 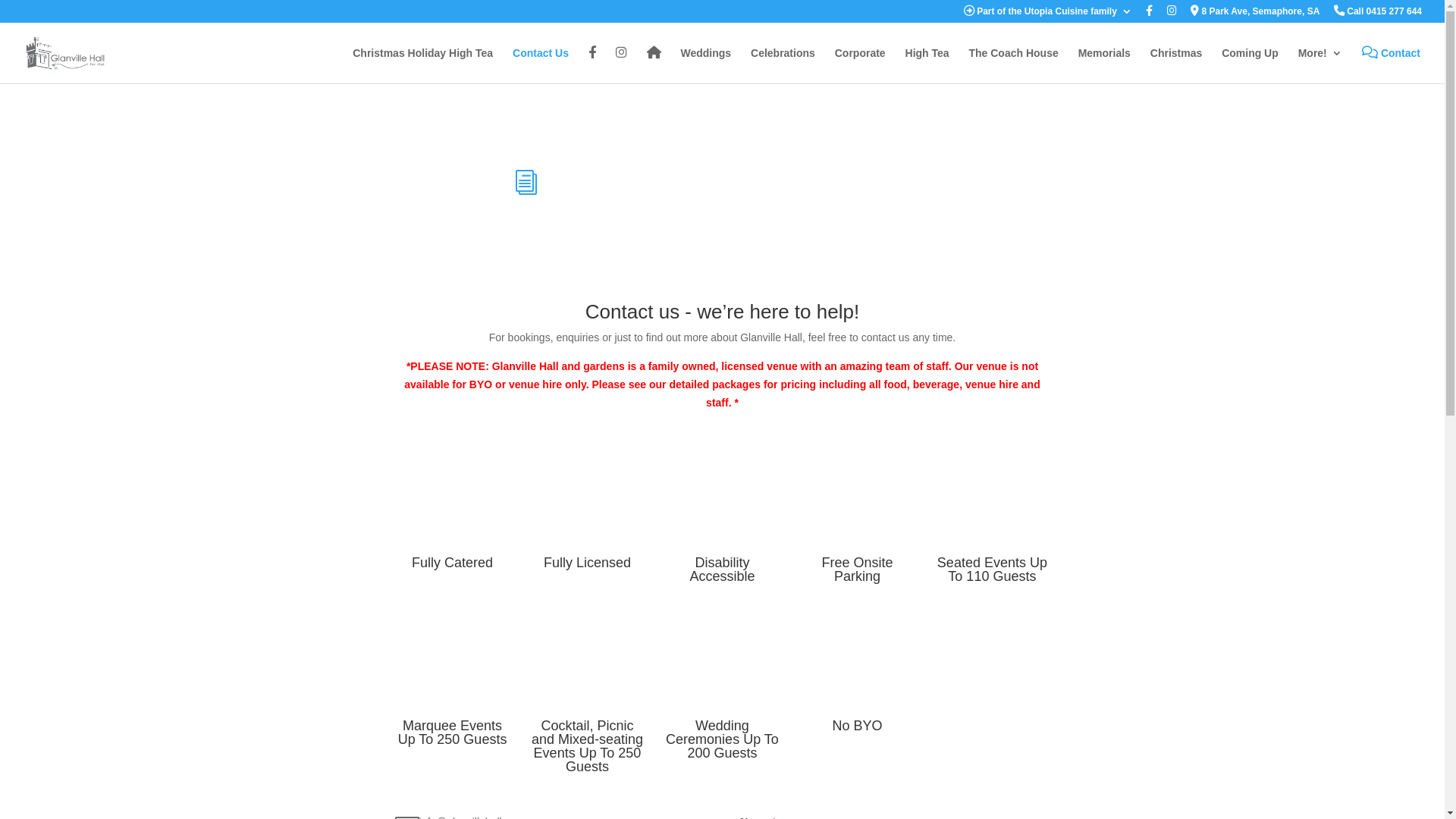 I want to click on 'i', so click(x=526, y=181).